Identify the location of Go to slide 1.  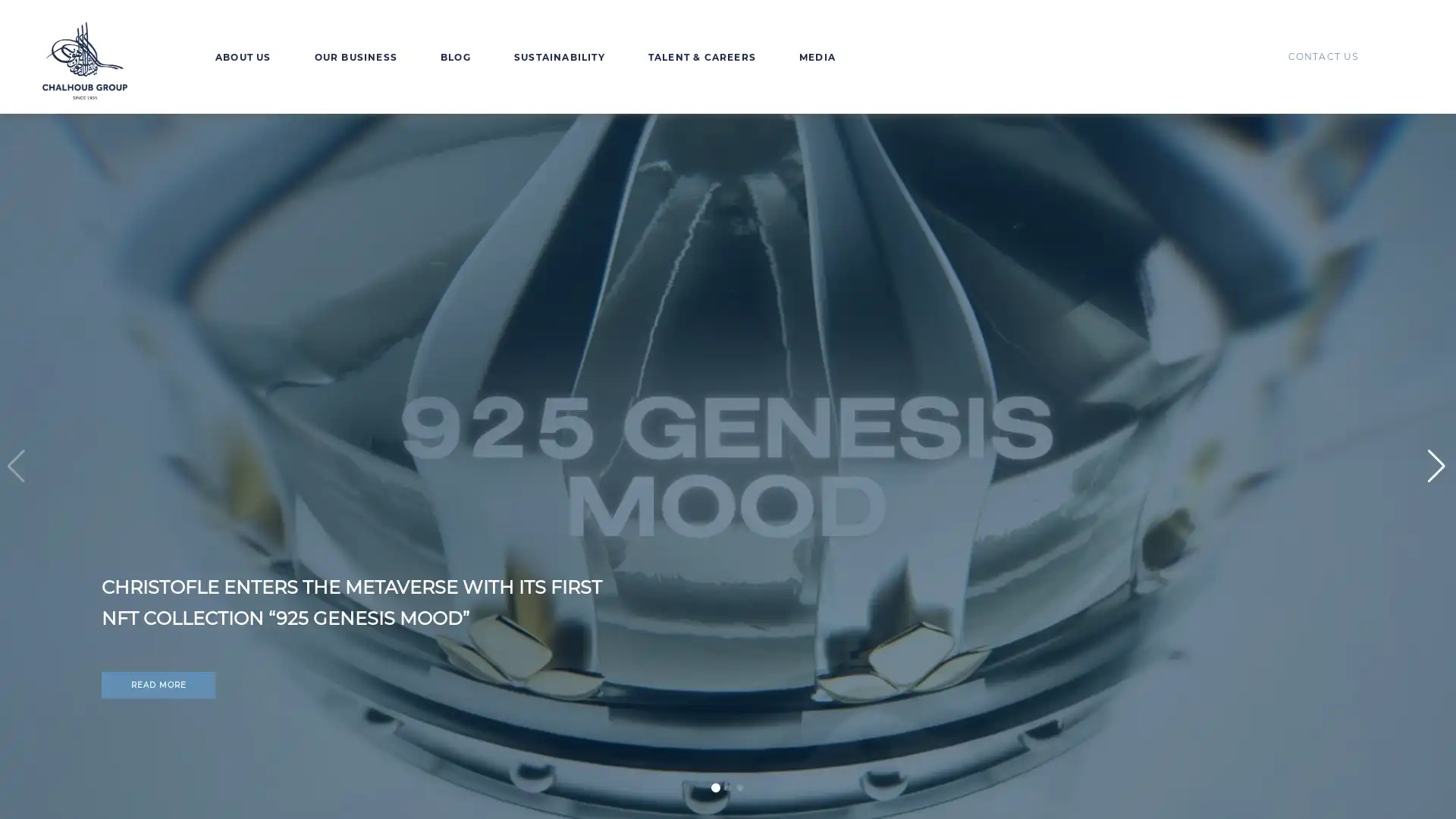
(715, 786).